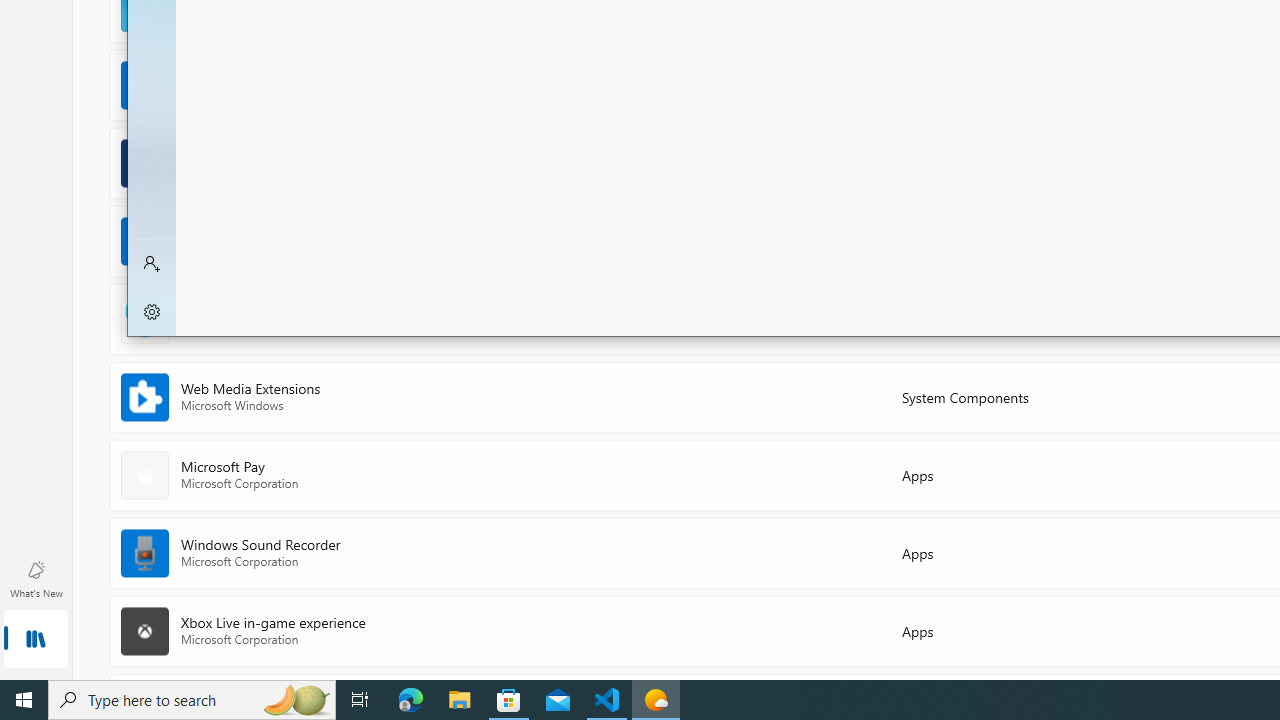 The width and height of the screenshot is (1280, 720). I want to click on 'File Explorer', so click(459, 698).